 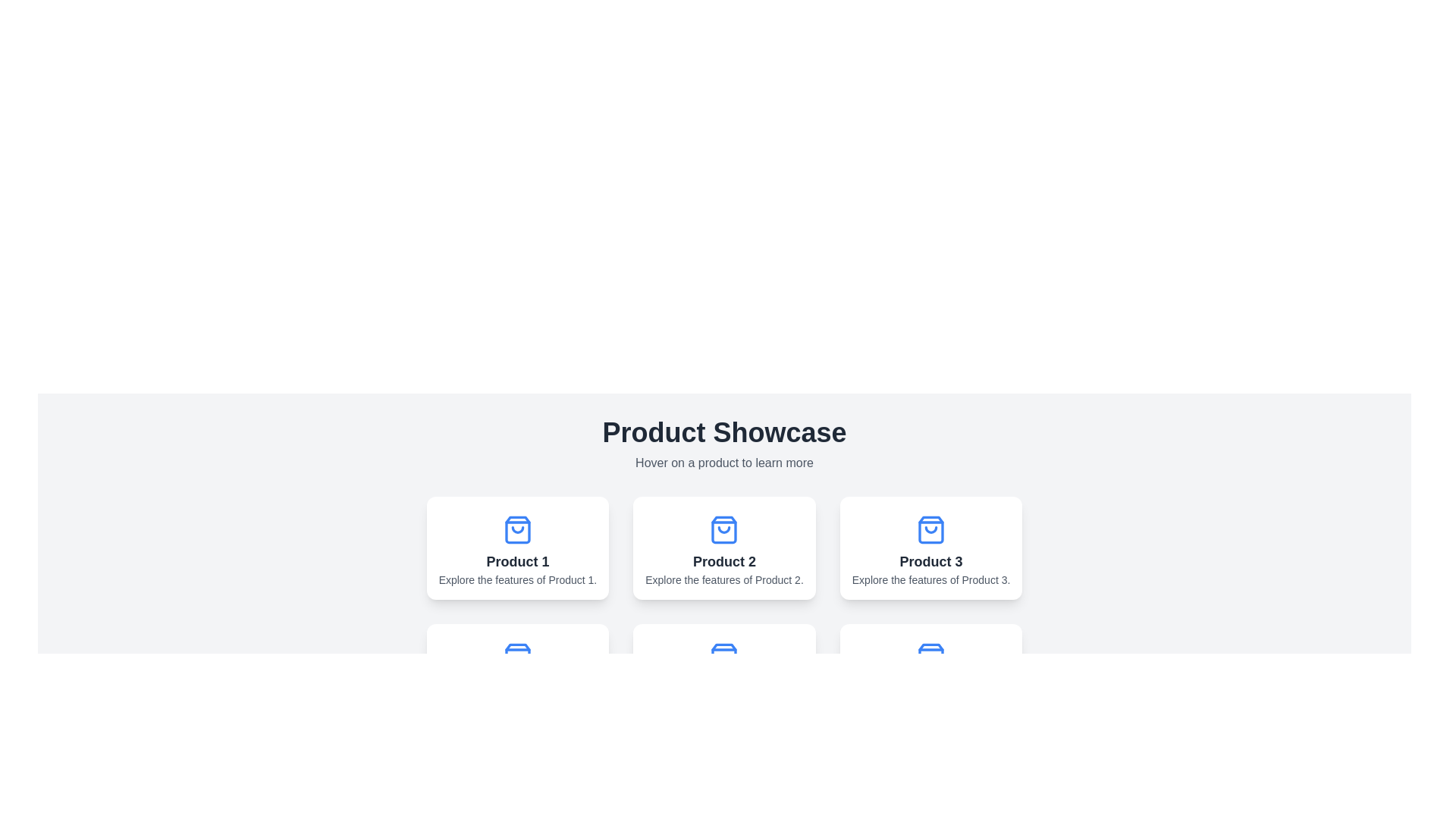 What do you see at coordinates (517, 529) in the screenshot?
I see `the shopping bag icon representing 'Product 1' located in the first position of the top row of the grid` at bounding box center [517, 529].